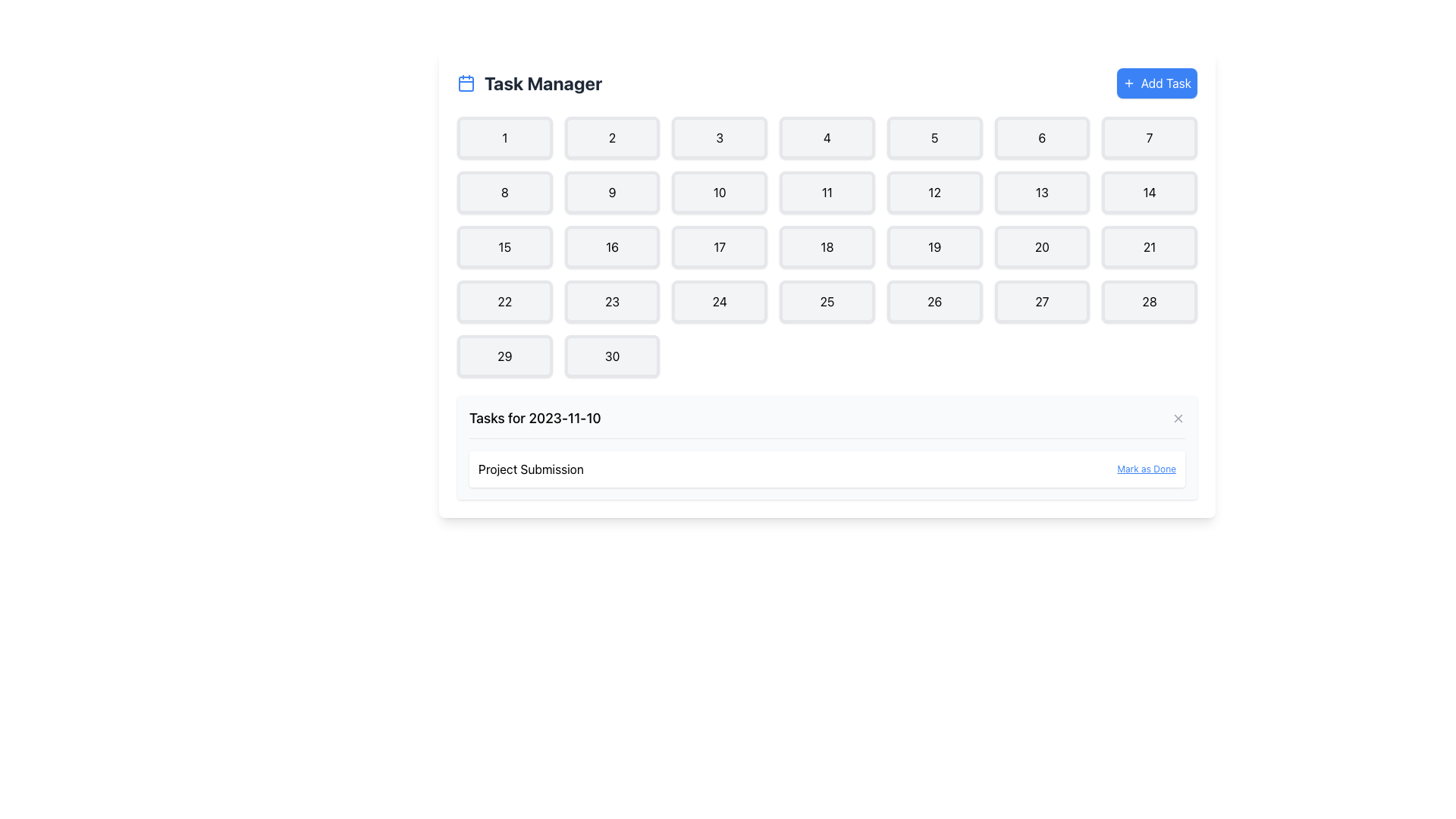 This screenshot has height=819, width=1456. I want to click on the button representing a day in the calendar view located in the sixth column of the first row, so click(1041, 137).